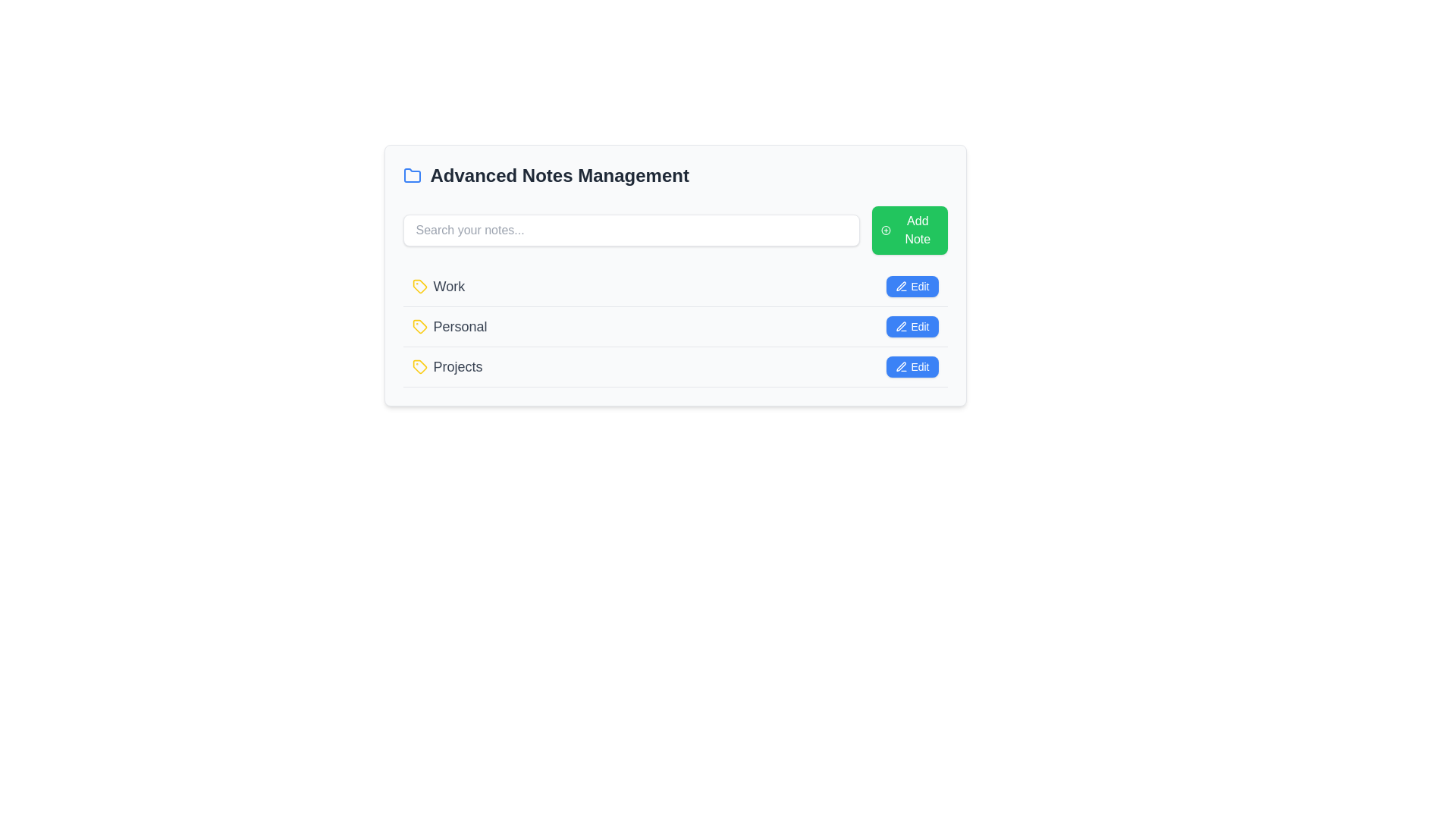 Image resolution: width=1456 pixels, height=819 pixels. Describe the element at coordinates (886, 231) in the screenshot. I see `the SVG Circle element that forms the circular base of the '+' icon located in the top-right of the main content area, adjacent to the 'Add Note' button` at that location.